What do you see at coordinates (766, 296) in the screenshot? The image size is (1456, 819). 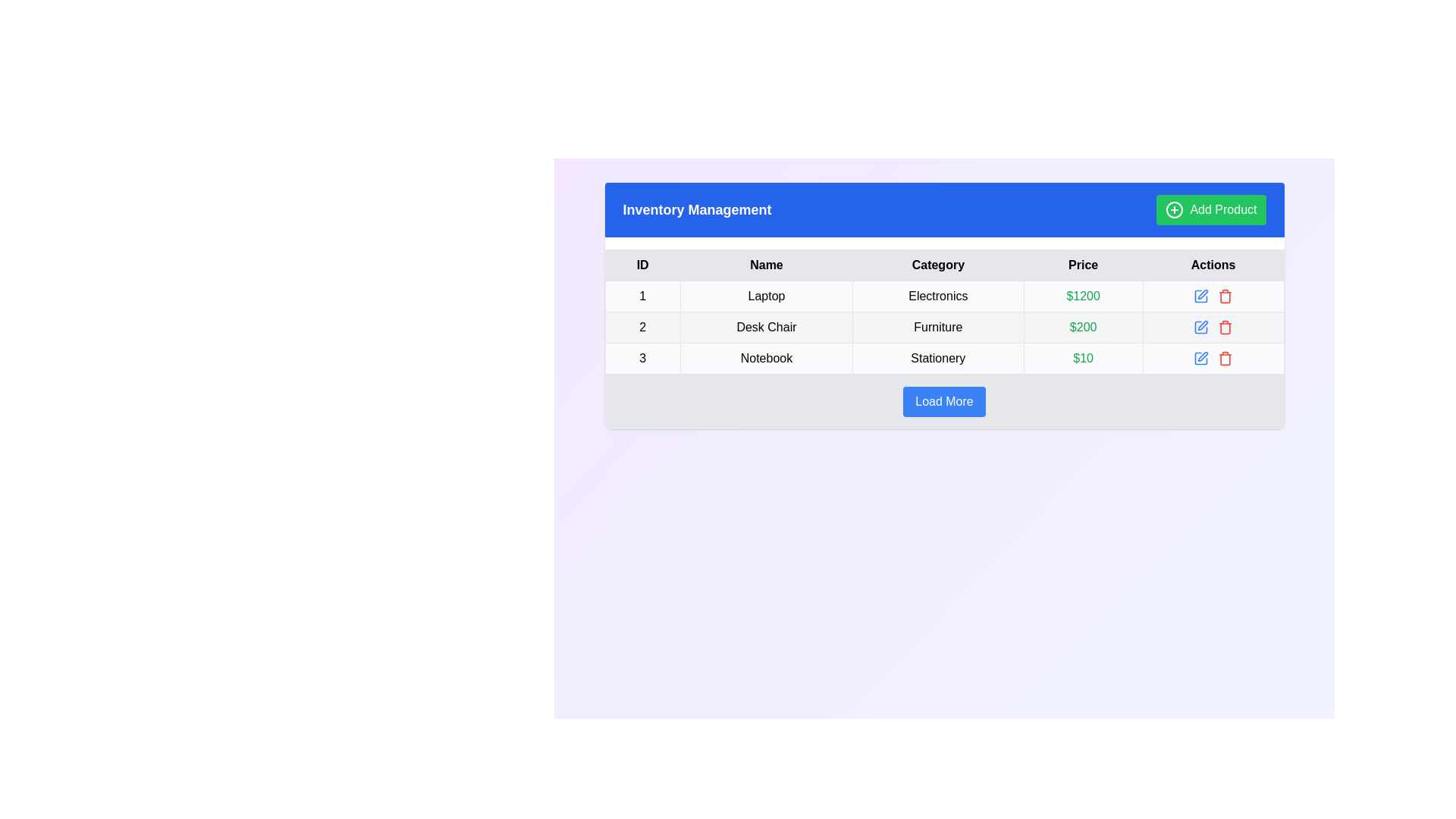 I see `the text element displaying 'Laptop', which is styled in black on a white background, located under the 'Name' header in the table structure, and perform a text selection action` at bounding box center [766, 296].